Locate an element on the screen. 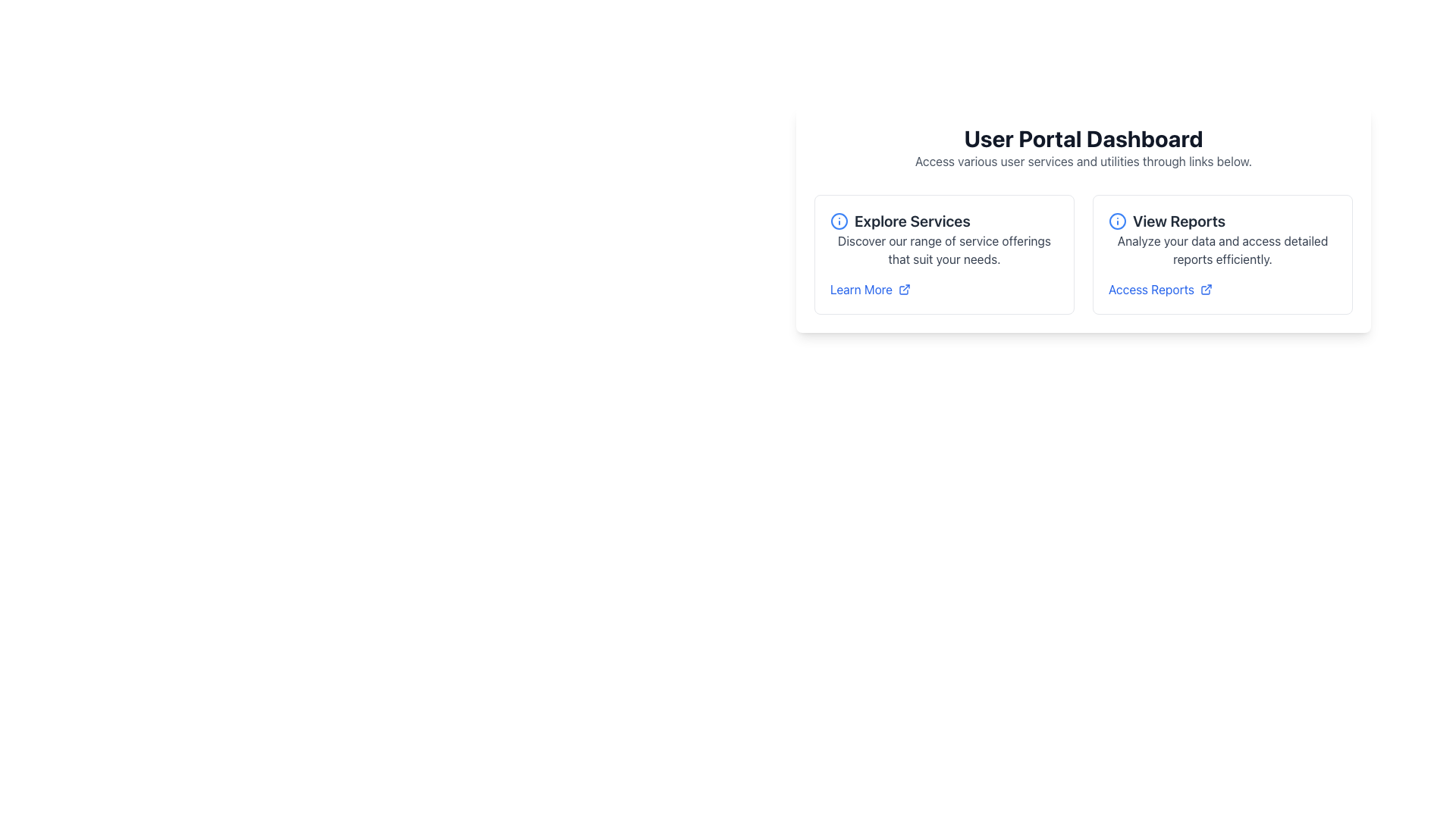  the 'View Reports' text element with a blue circular icon containing an 'i', located at the top of the right card in a two-card layout is located at coordinates (1222, 221).